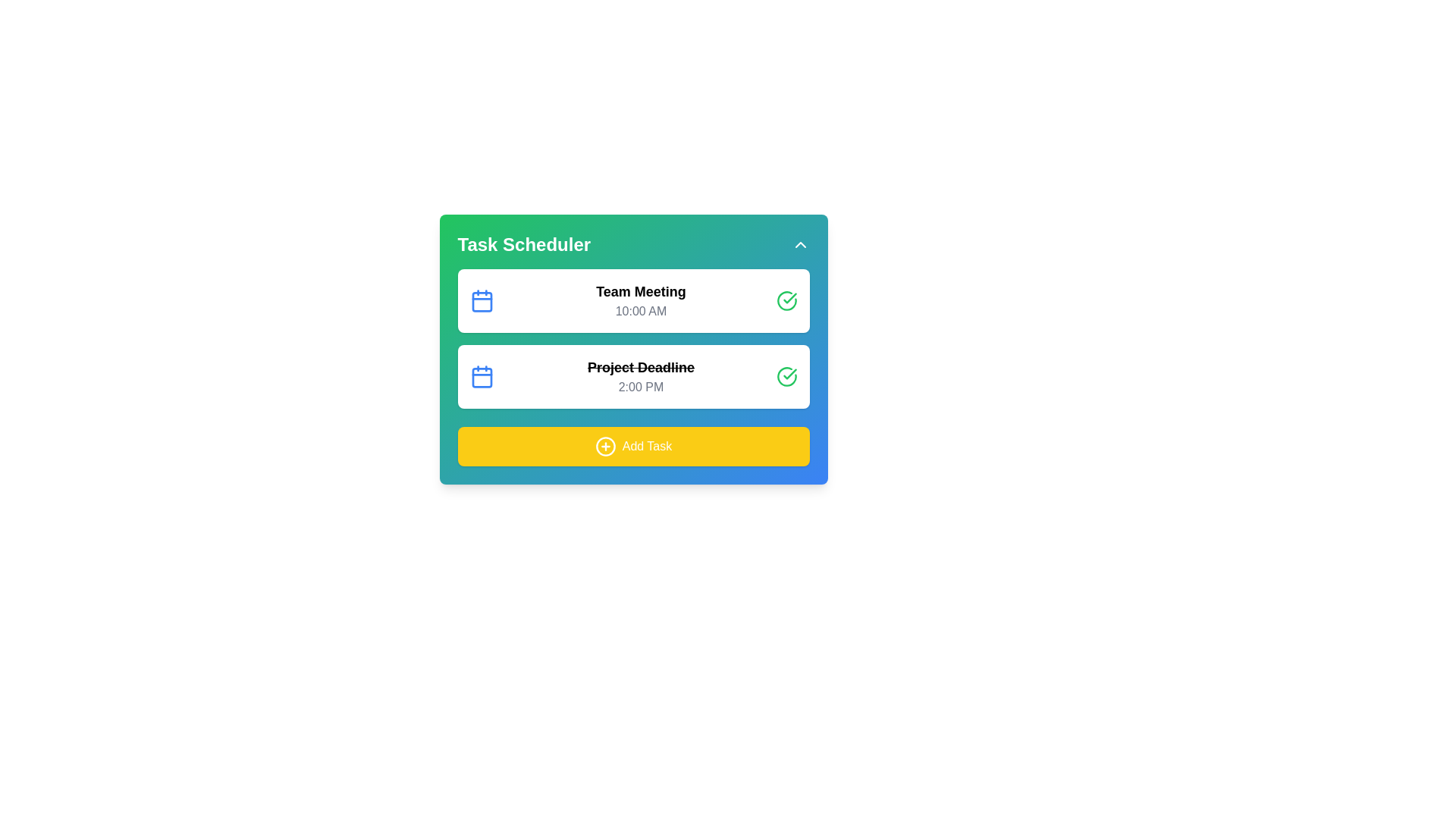 The image size is (1456, 819). I want to click on the label displaying the time for the 'Team Meeting' task entry, which is located under the 'Team Meeting' header in the 'Task Scheduler' interface, so click(641, 311).